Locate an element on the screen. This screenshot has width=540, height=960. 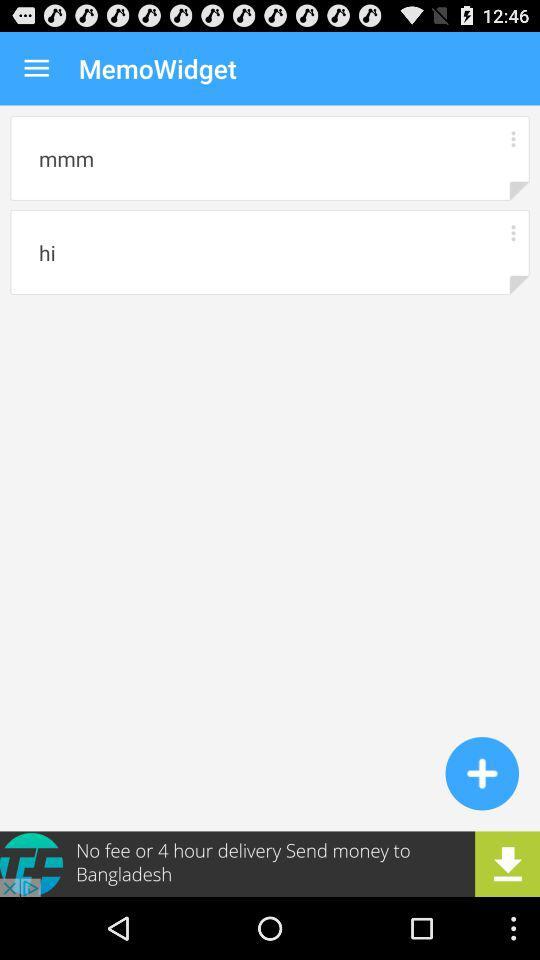
more information is located at coordinates (513, 137).